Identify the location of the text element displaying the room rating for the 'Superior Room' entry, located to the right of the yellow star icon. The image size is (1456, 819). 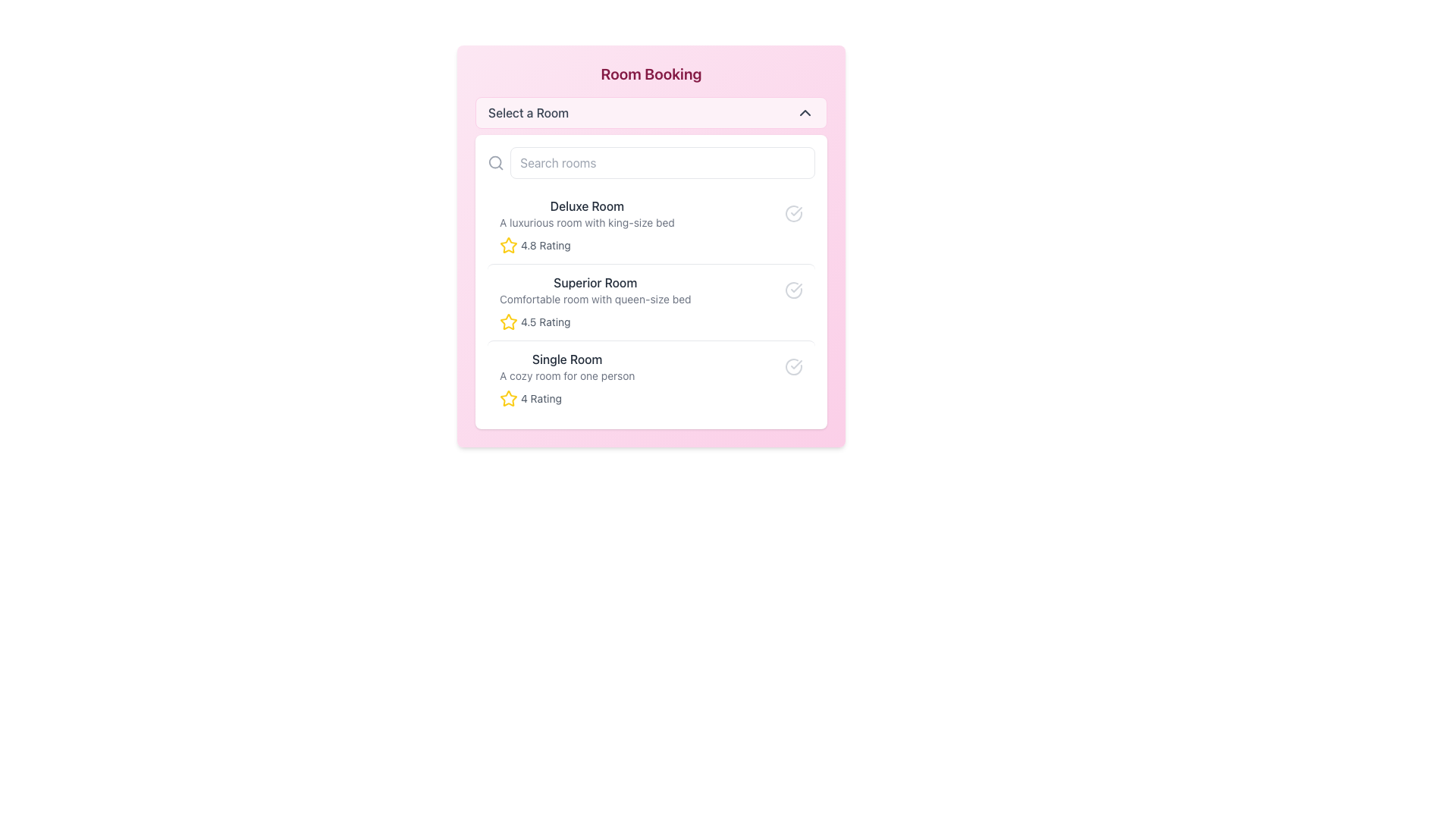
(545, 321).